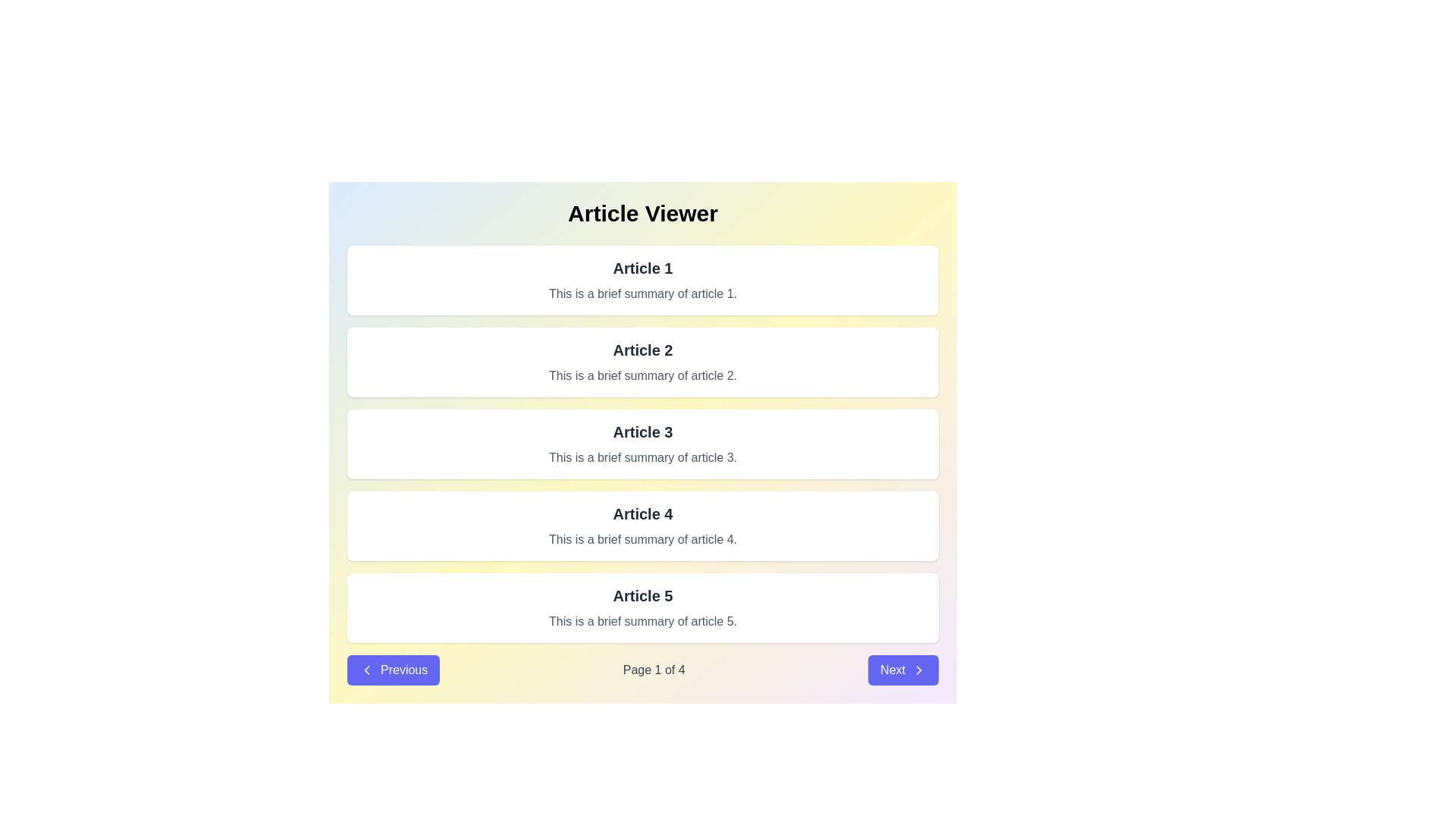 The height and width of the screenshot is (819, 1456). What do you see at coordinates (643, 444) in the screenshot?
I see `the static display card element labeled 'Article 3', which features a white background and contains a heading in bold dark gray text, located within the 'Article Viewer' section` at bounding box center [643, 444].